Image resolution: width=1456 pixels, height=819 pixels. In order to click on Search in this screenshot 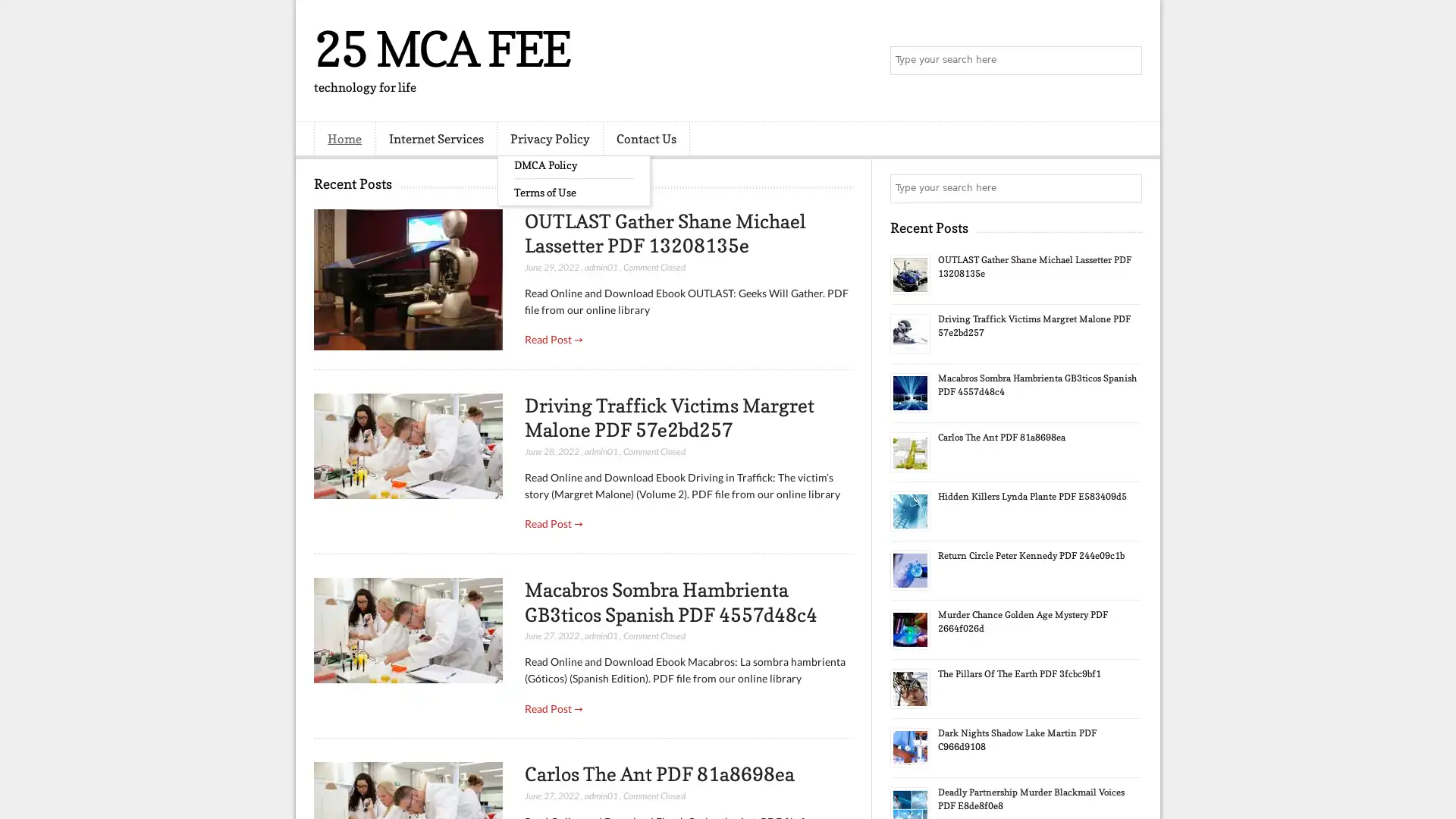, I will do `click(1126, 188)`.